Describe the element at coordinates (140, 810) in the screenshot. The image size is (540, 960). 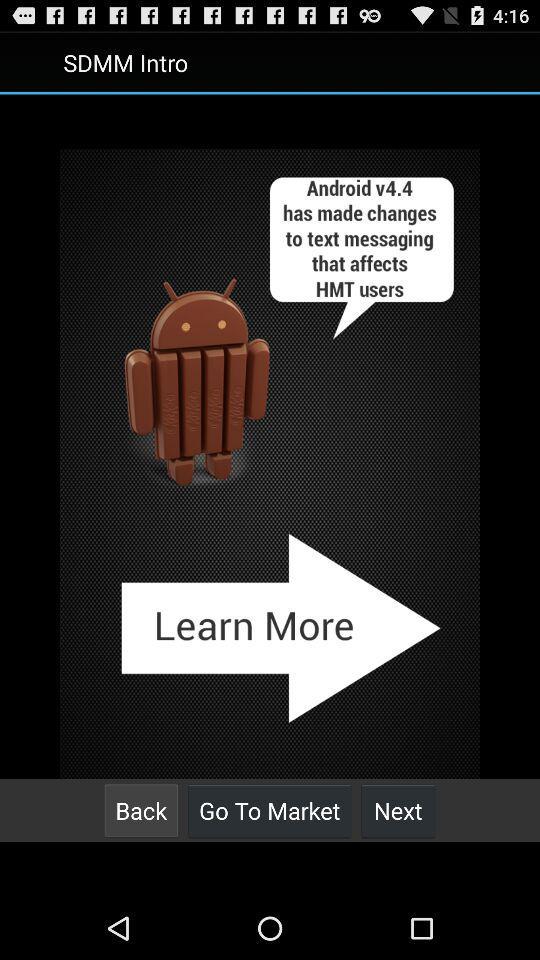
I see `back icon` at that location.